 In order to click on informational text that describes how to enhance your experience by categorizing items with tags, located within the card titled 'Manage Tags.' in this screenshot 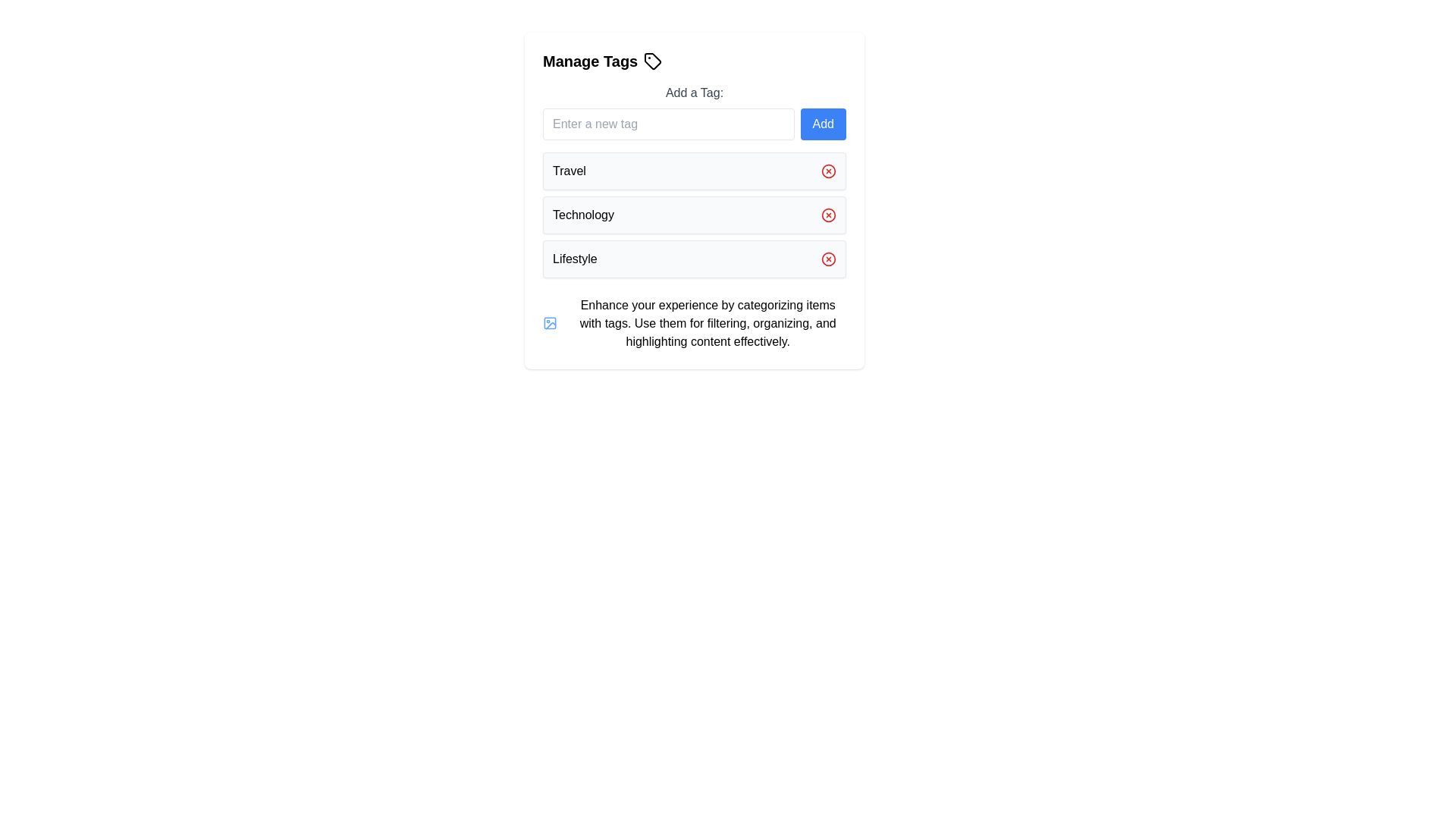, I will do `click(694, 323)`.